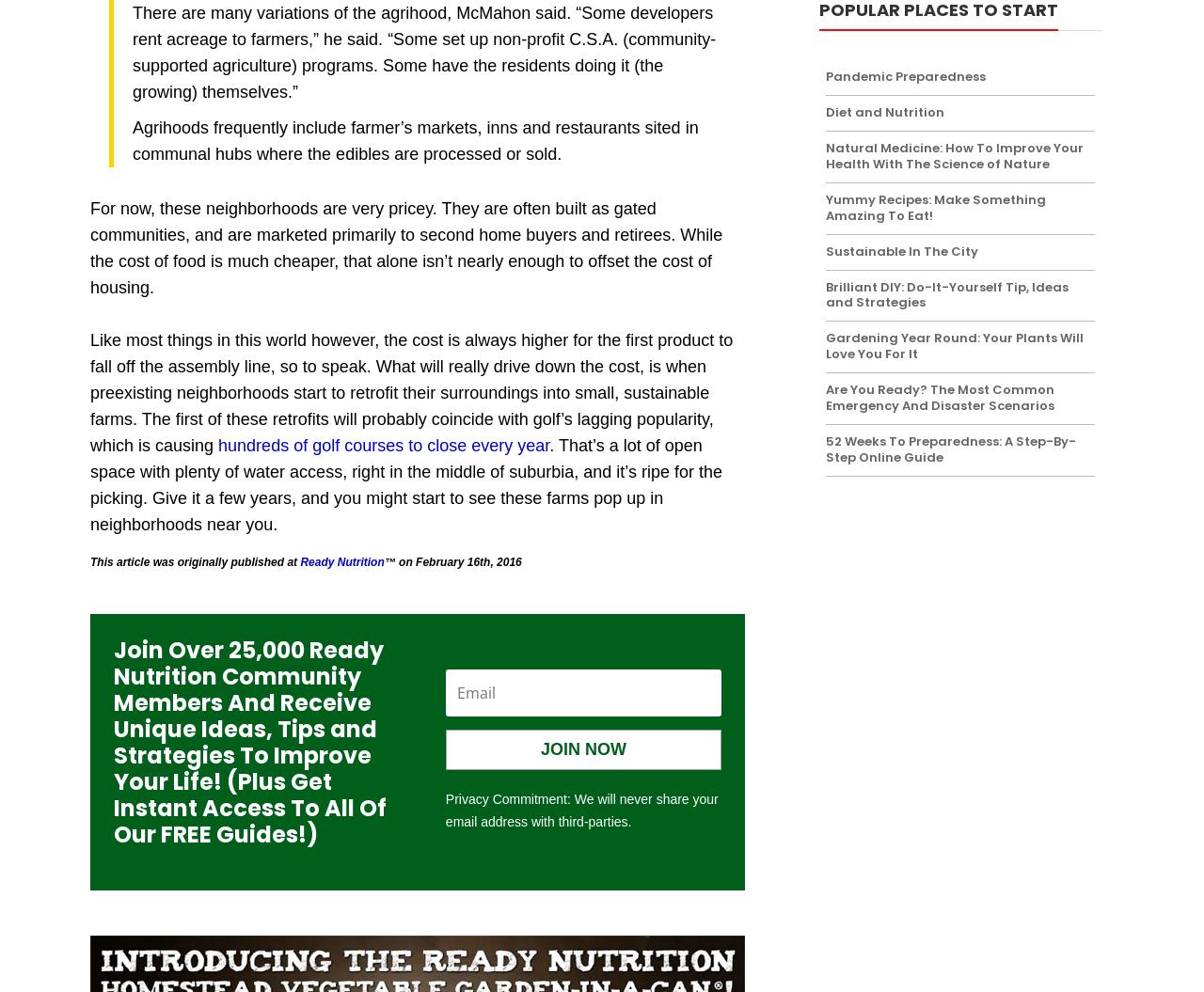 The image size is (1204, 992). I want to click on 'For now, these neighborhoods are very pricey. They are often built as gated communities, and are marketed primarily to second home buyers and retirees. While the cost of food is much cheaper, that alone isn’t nearly enough to offset the cost of housing.', so click(405, 247).